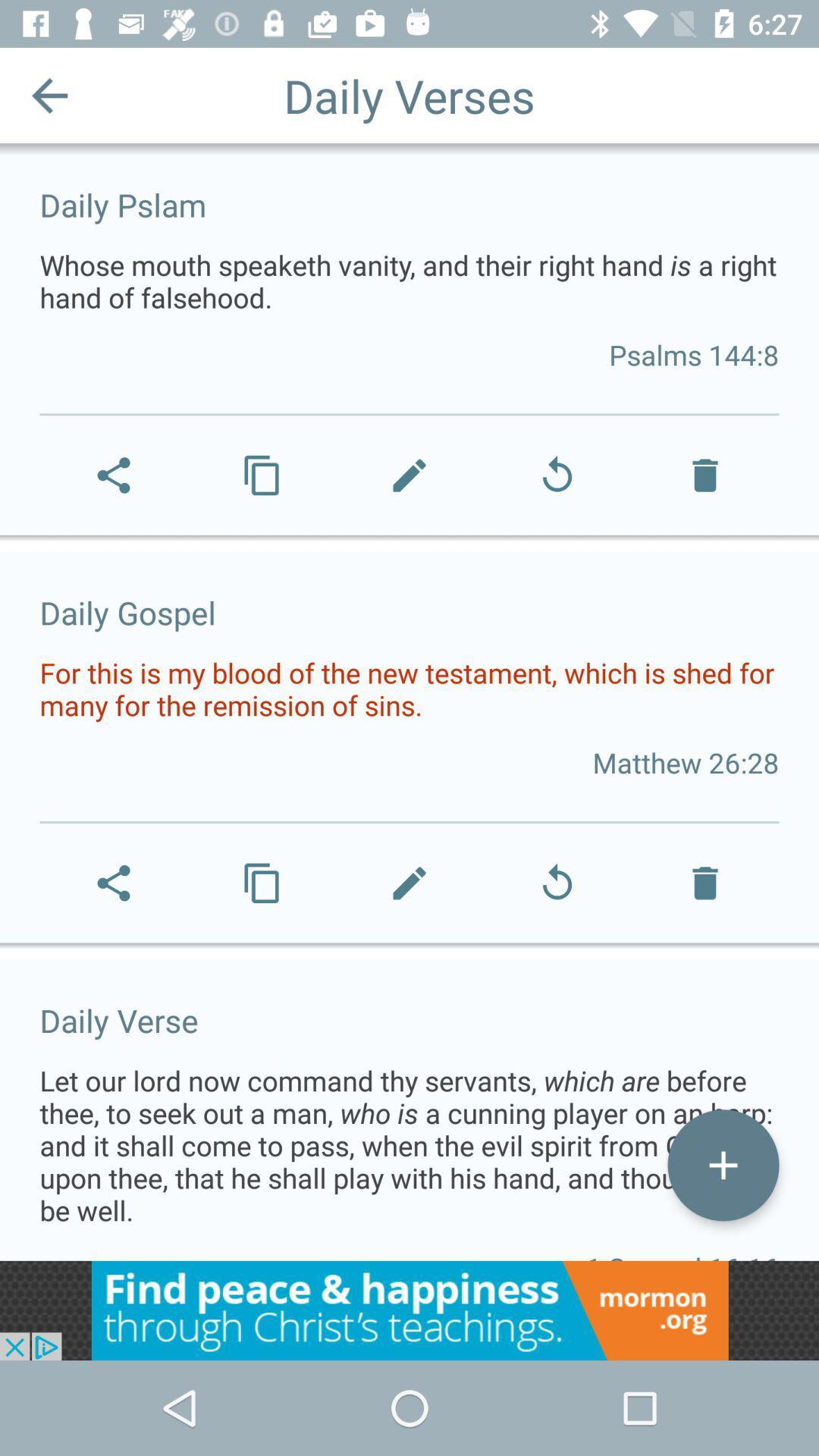 This screenshot has height=1456, width=819. I want to click on the add icon, so click(722, 1164).